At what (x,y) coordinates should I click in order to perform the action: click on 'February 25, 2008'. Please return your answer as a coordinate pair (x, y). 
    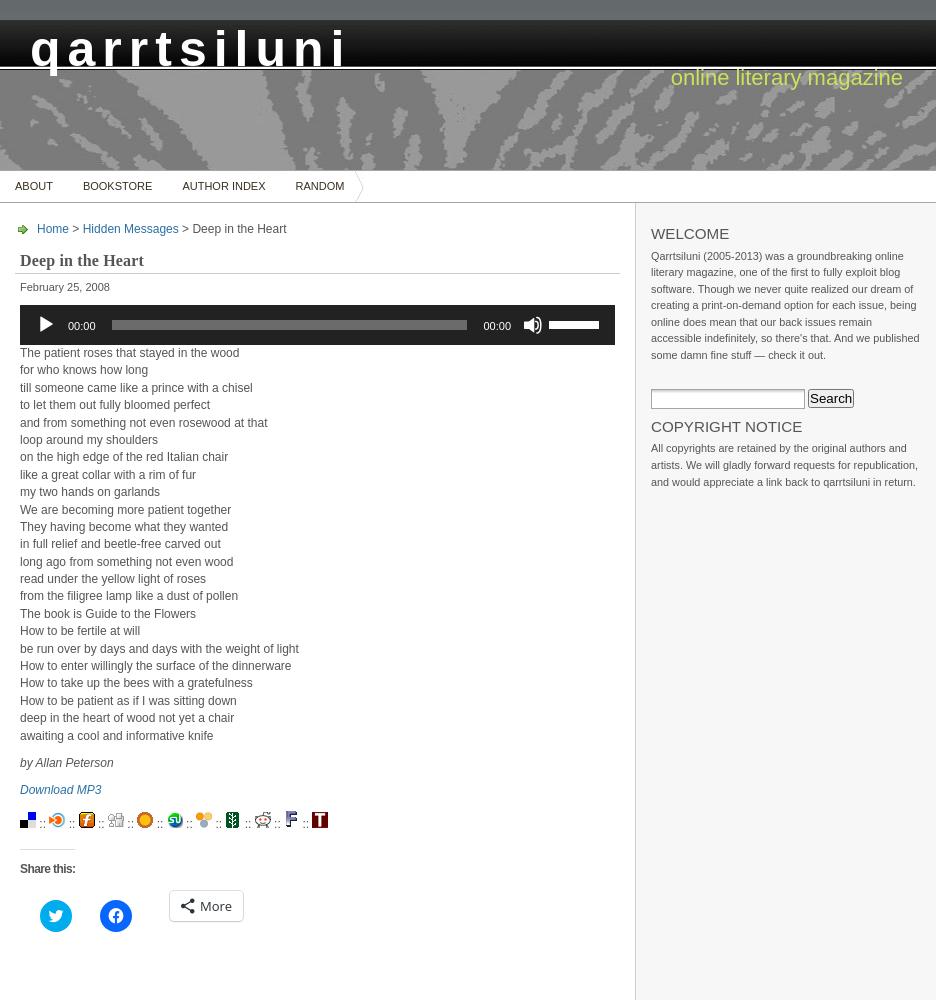
    Looking at the image, I should click on (64, 287).